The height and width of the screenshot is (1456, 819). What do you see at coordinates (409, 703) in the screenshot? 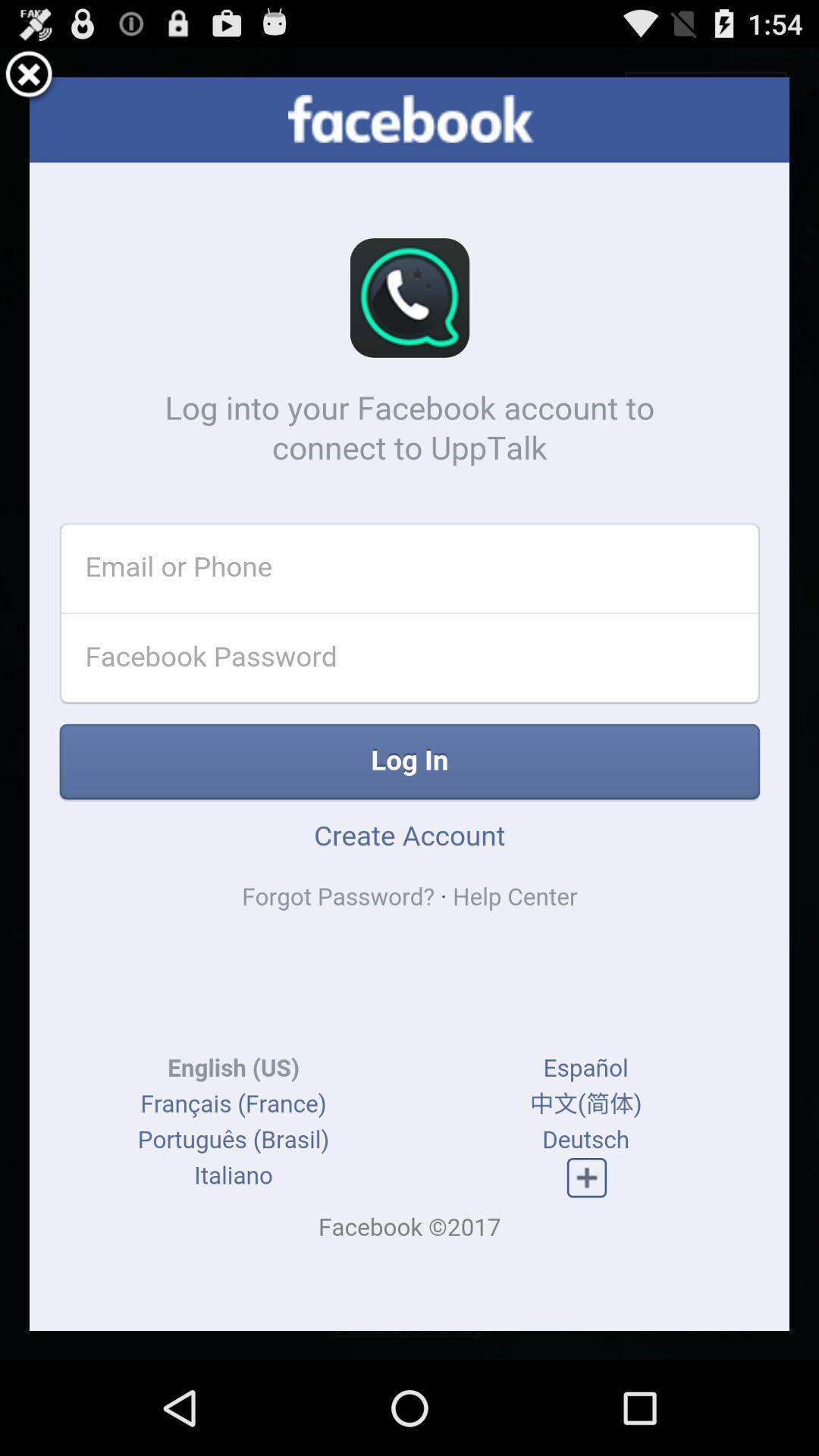
I see `facebook login or create page` at bounding box center [409, 703].